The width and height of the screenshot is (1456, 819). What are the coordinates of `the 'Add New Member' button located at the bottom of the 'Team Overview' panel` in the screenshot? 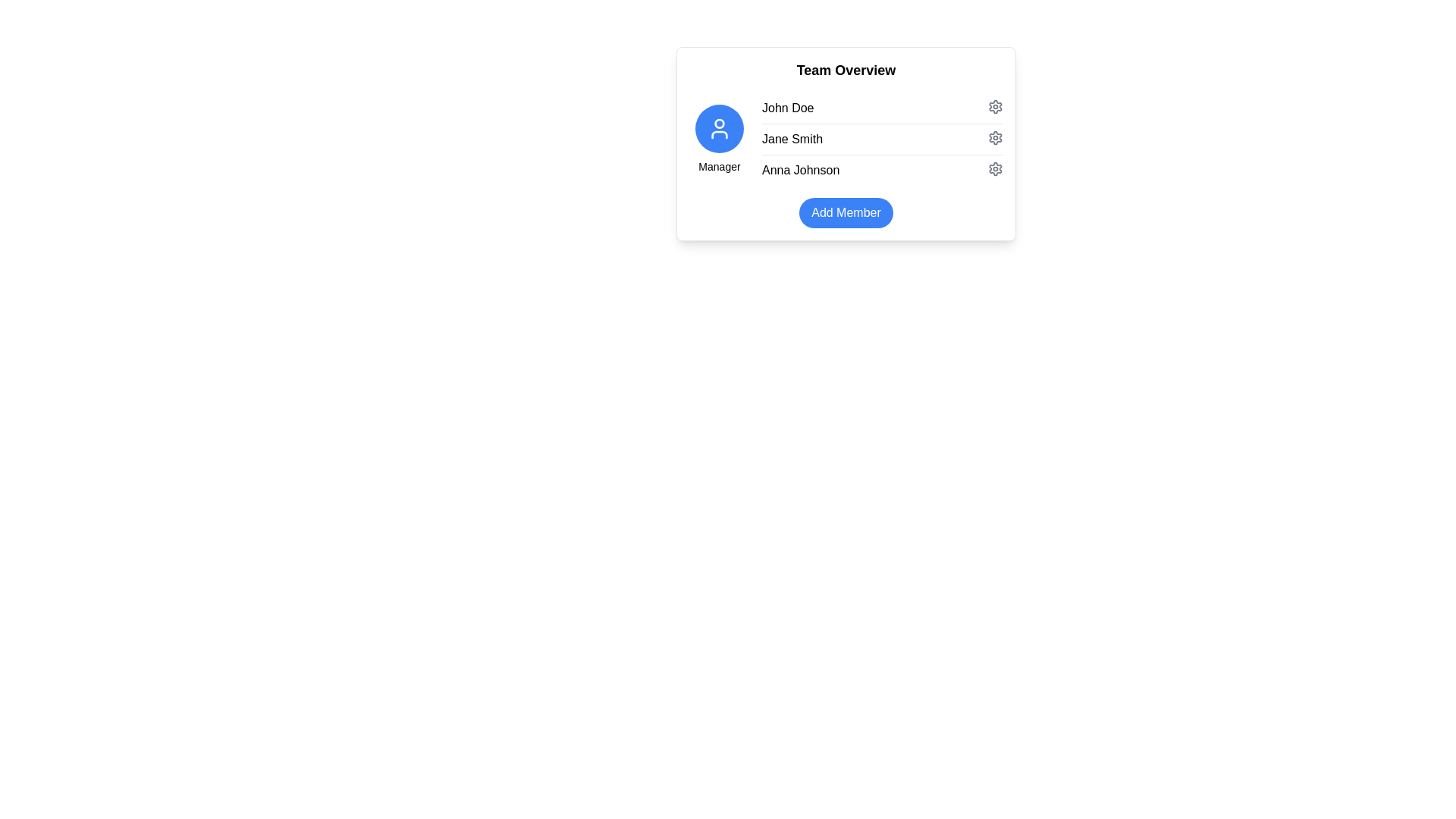 It's located at (846, 213).